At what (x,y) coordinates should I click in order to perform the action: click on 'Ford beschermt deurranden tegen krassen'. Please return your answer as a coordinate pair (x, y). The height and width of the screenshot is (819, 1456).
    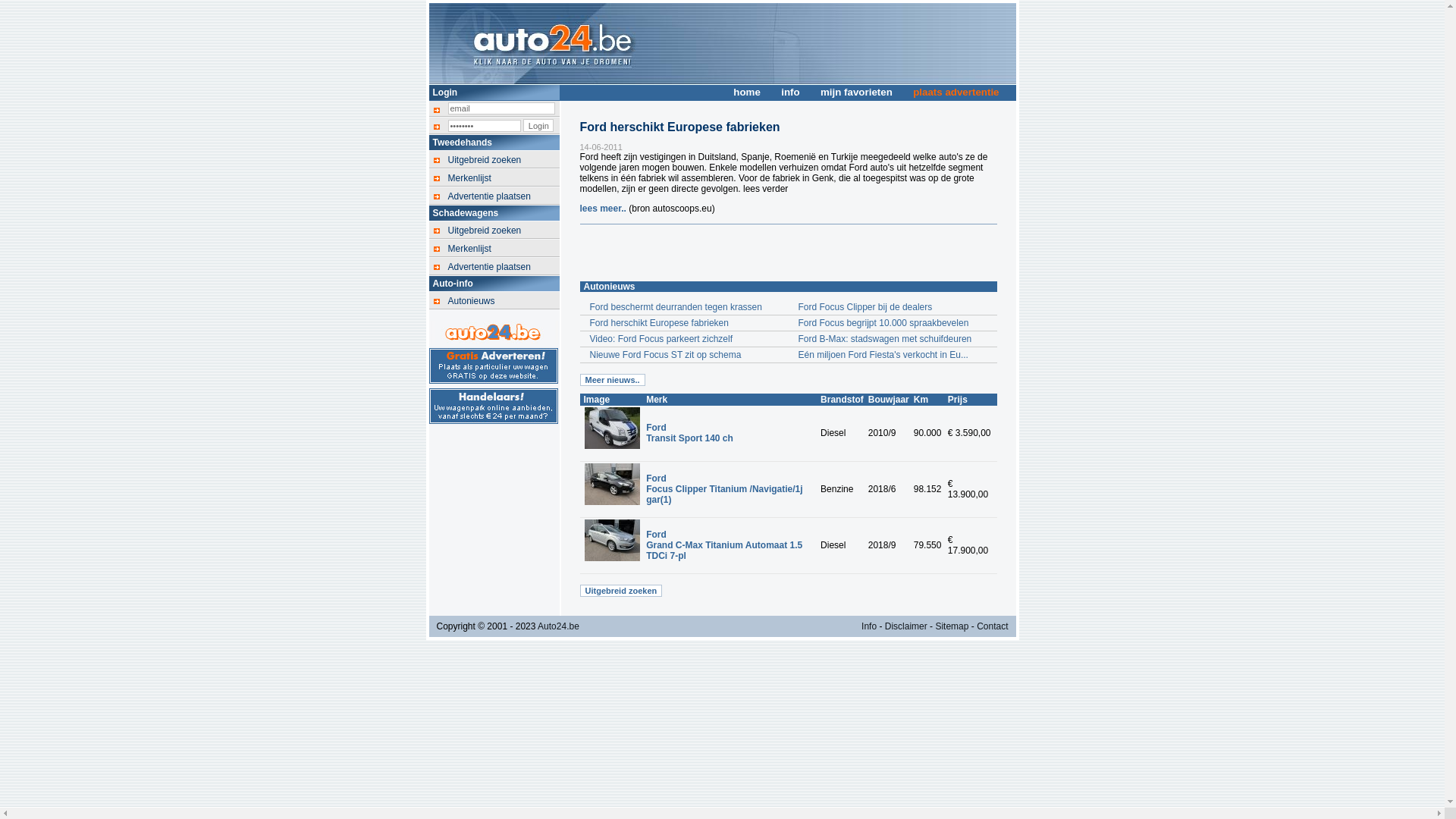
    Looking at the image, I should click on (682, 307).